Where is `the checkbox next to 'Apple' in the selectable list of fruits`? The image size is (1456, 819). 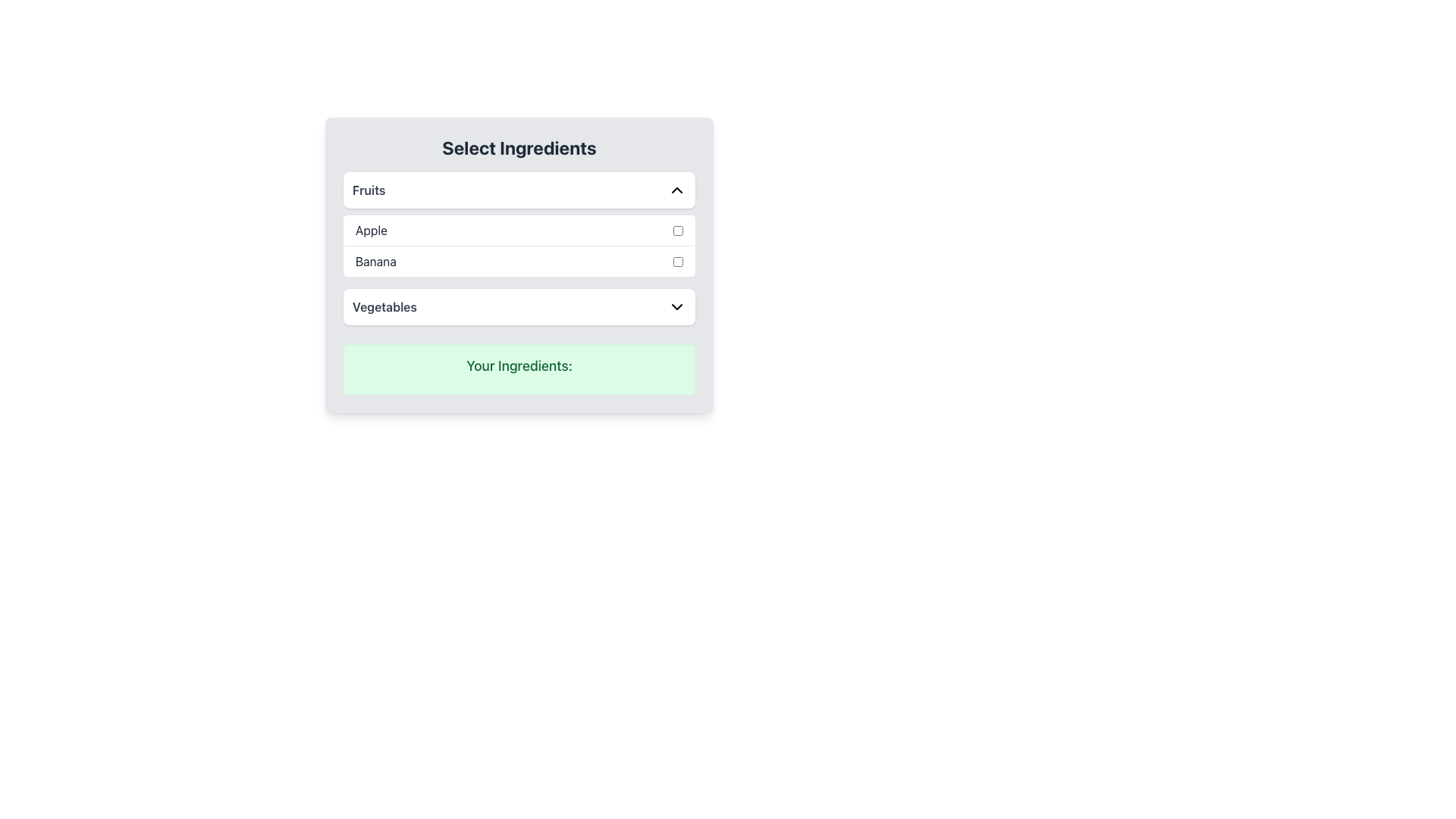
the checkbox next to 'Apple' in the selectable list of fruits is located at coordinates (519, 245).